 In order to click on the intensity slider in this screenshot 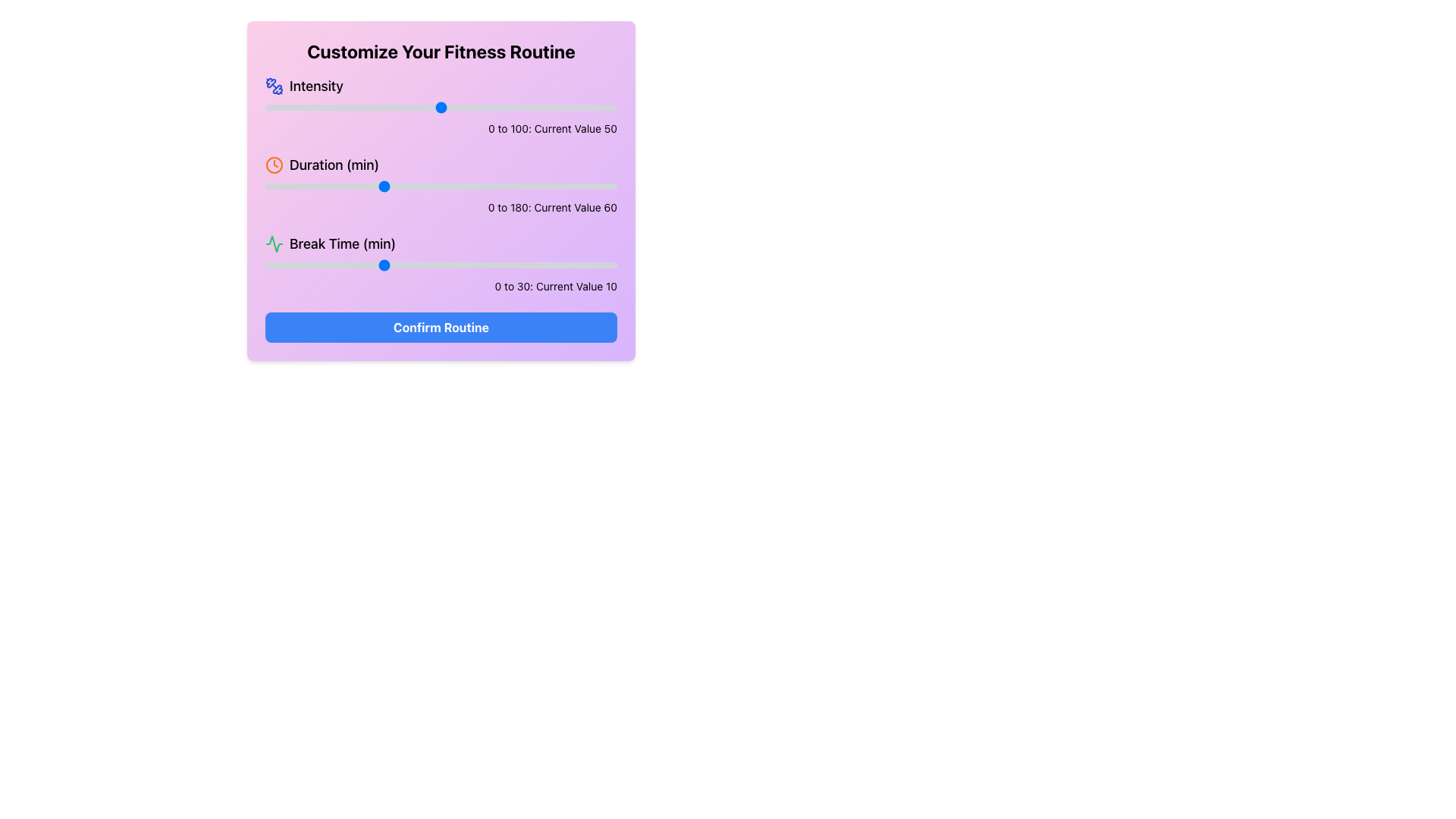, I will do `click(388, 107)`.